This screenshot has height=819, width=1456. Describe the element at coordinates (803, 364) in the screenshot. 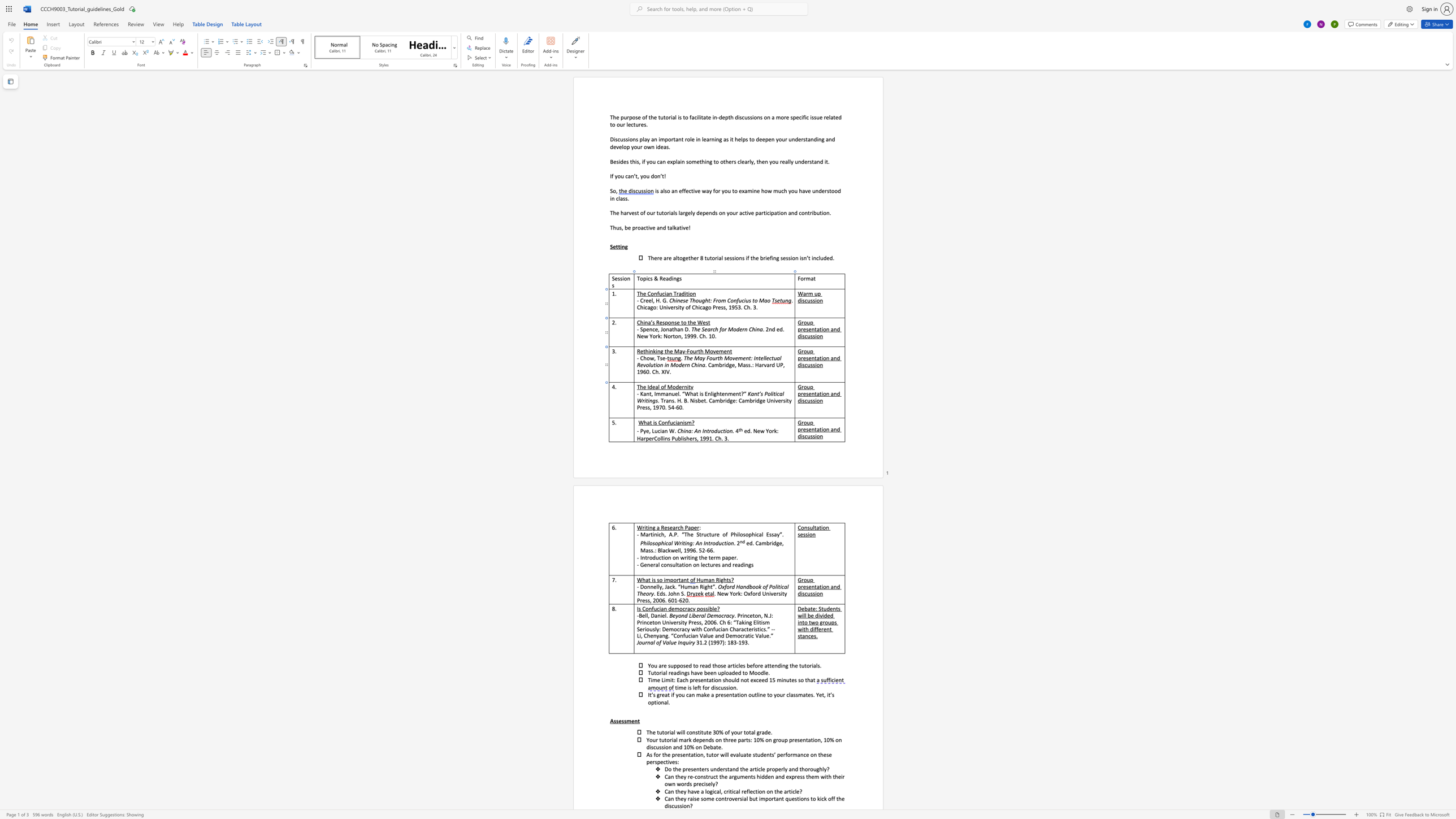

I see `the 2th character "s" in the text` at that location.